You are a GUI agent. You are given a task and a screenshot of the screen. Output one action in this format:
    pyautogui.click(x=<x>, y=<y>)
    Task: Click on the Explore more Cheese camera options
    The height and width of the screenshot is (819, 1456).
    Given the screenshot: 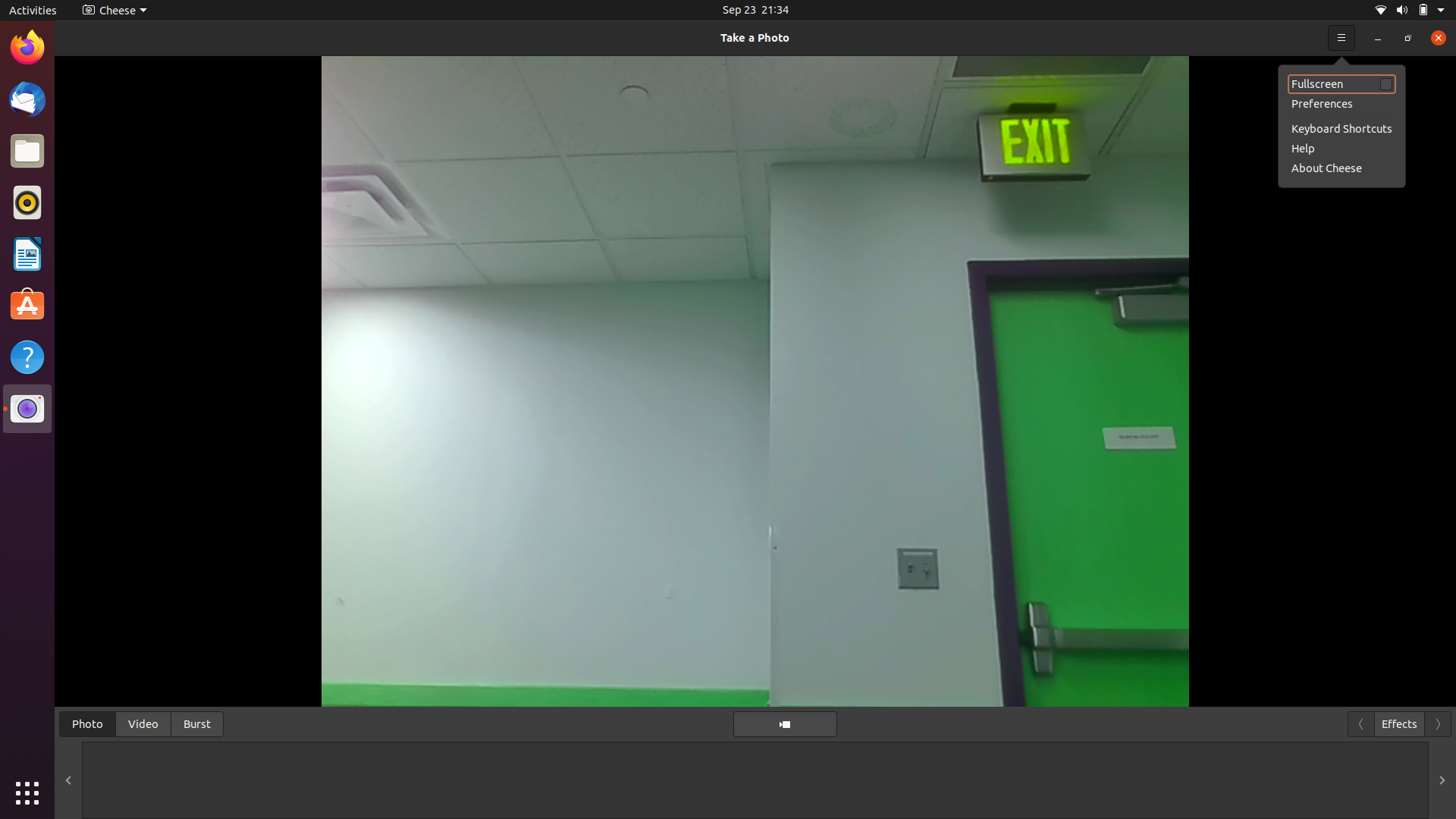 What is the action you would take?
    pyautogui.click(x=111, y=9)
    